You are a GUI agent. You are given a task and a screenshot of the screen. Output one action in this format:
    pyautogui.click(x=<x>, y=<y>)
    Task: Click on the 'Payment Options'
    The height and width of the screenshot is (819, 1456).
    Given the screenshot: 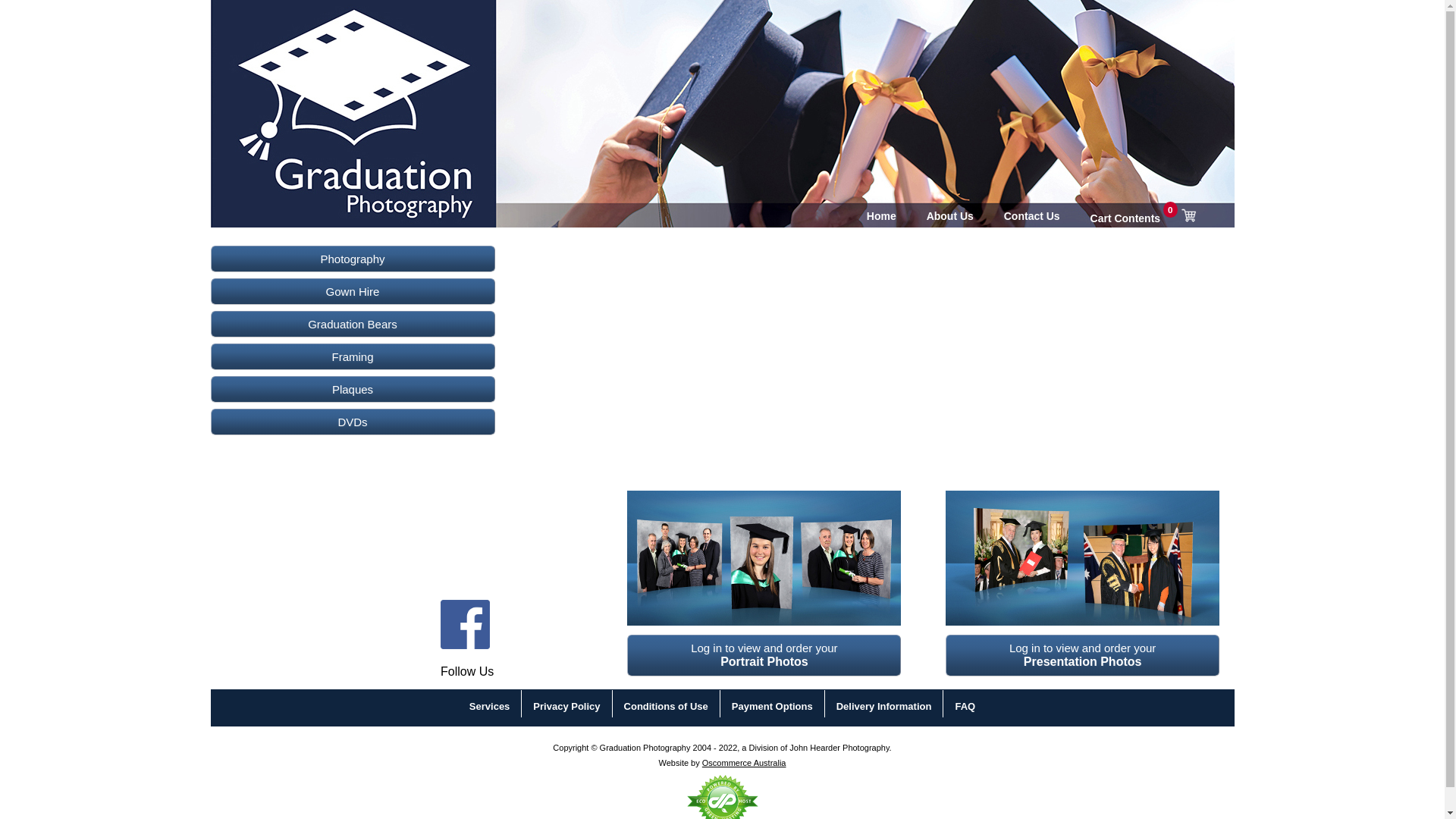 What is the action you would take?
    pyautogui.click(x=772, y=706)
    